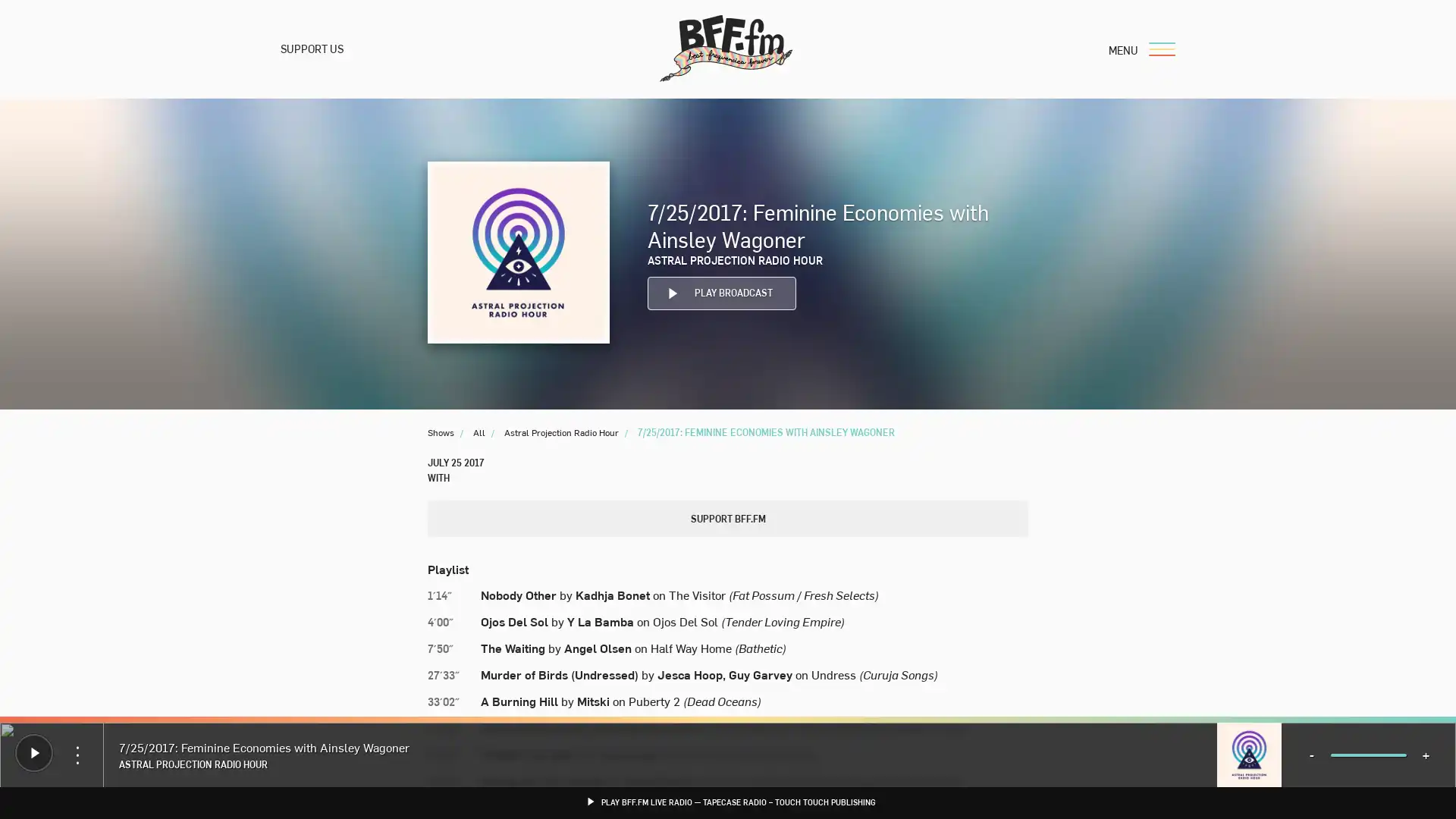  I want to click on + Volume Up, so click(1425, 755).